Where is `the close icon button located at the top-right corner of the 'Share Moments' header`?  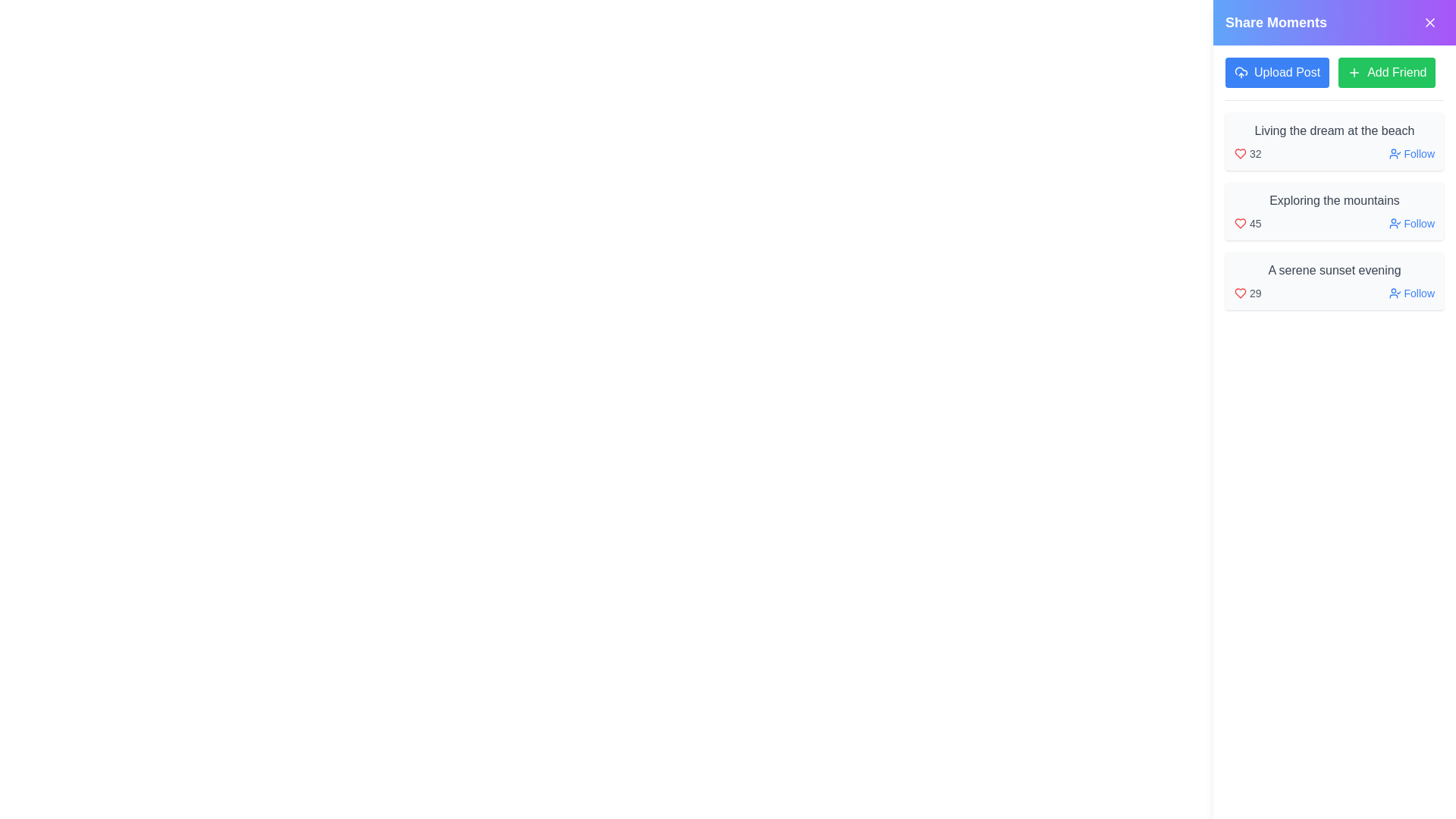 the close icon button located at the top-right corner of the 'Share Moments' header is located at coordinates (1429, 23).